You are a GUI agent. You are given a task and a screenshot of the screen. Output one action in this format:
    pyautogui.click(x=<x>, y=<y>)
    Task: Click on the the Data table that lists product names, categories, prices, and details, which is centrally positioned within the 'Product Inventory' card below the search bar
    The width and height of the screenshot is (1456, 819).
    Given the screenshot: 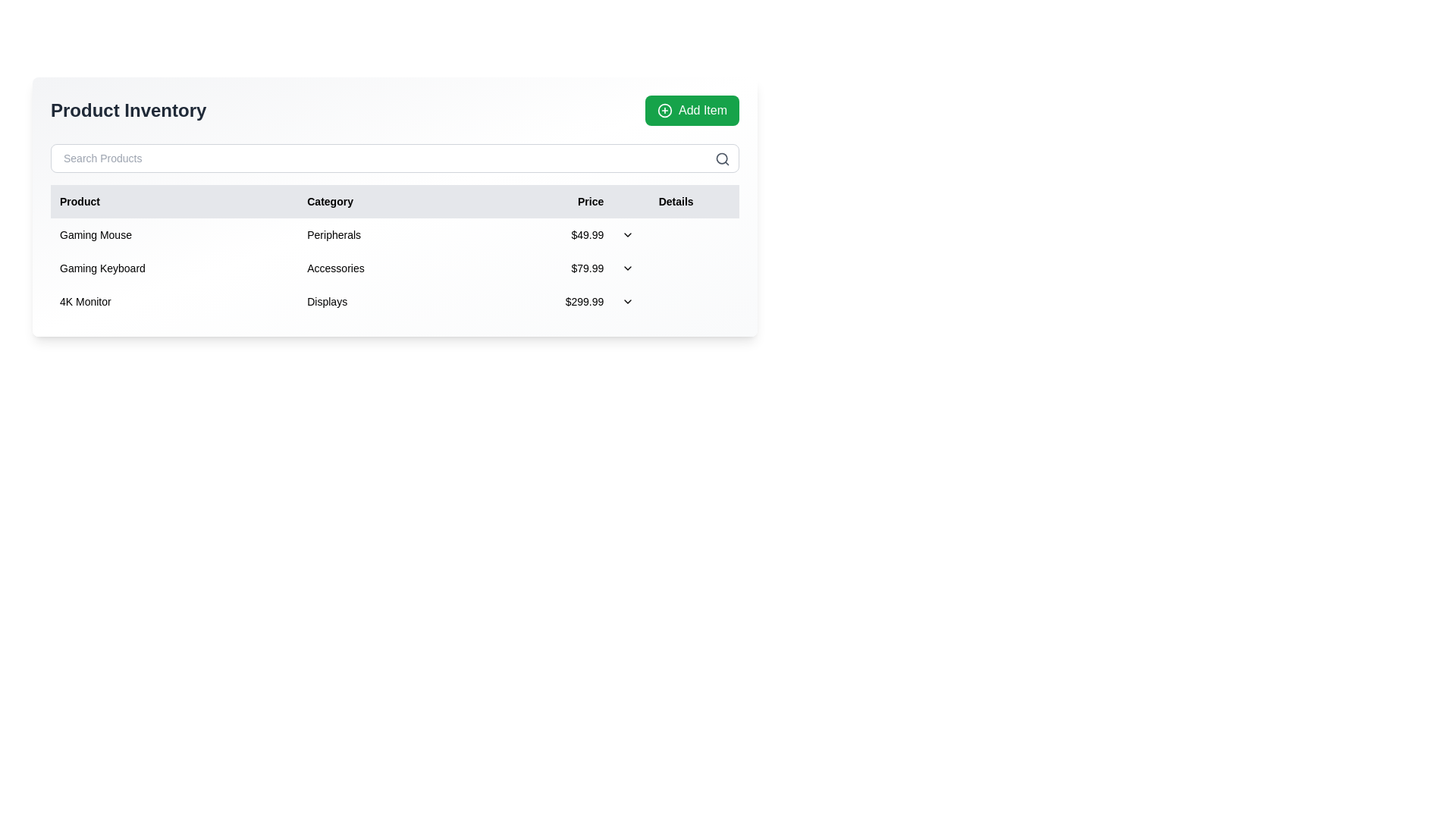 What is the action you would take?
    pyautogui.click(x=395, y=250)
    